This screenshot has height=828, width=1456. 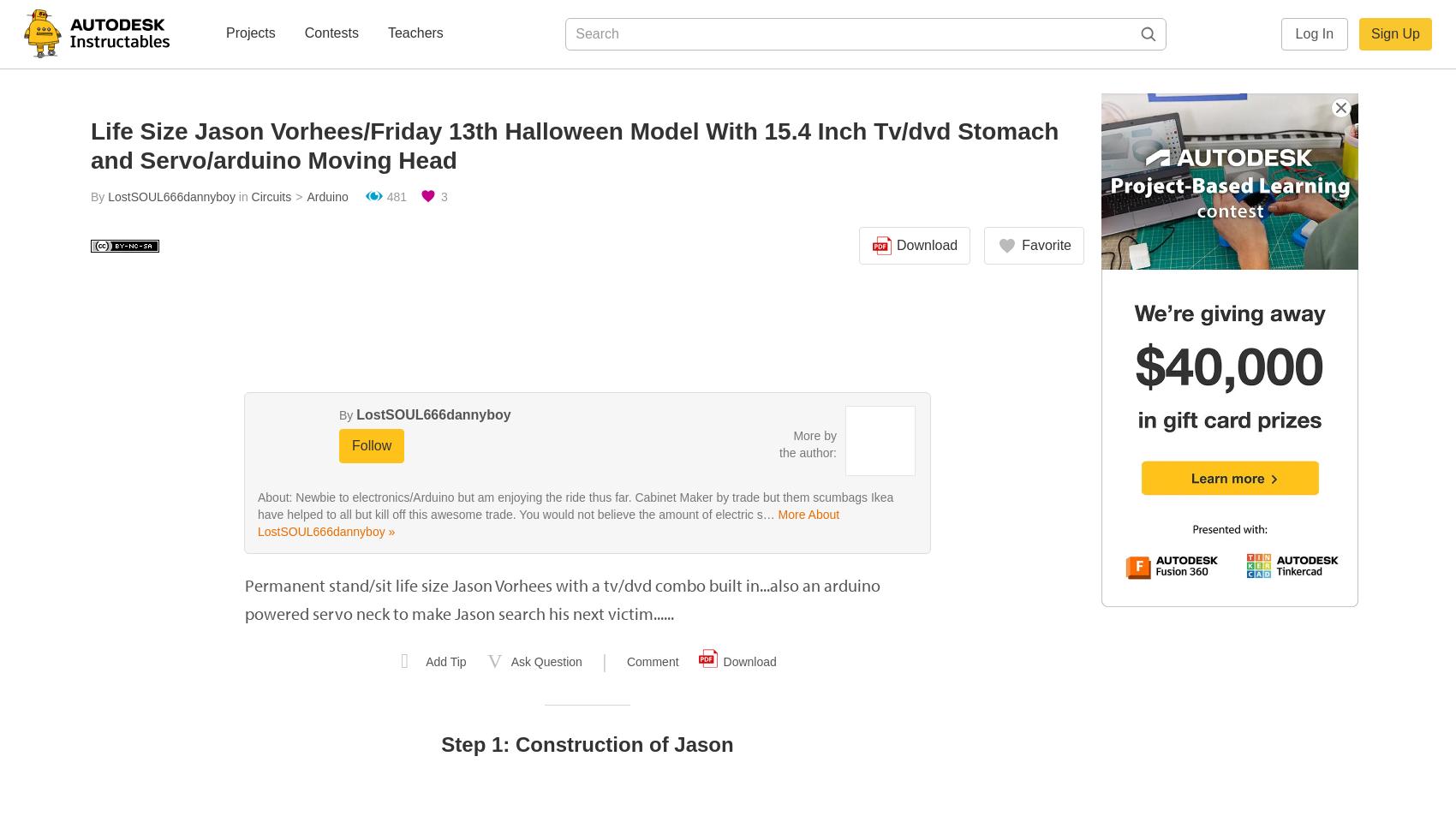 I want to click on 'Step 1: Construction of Jason', so click(x=587, y=743).